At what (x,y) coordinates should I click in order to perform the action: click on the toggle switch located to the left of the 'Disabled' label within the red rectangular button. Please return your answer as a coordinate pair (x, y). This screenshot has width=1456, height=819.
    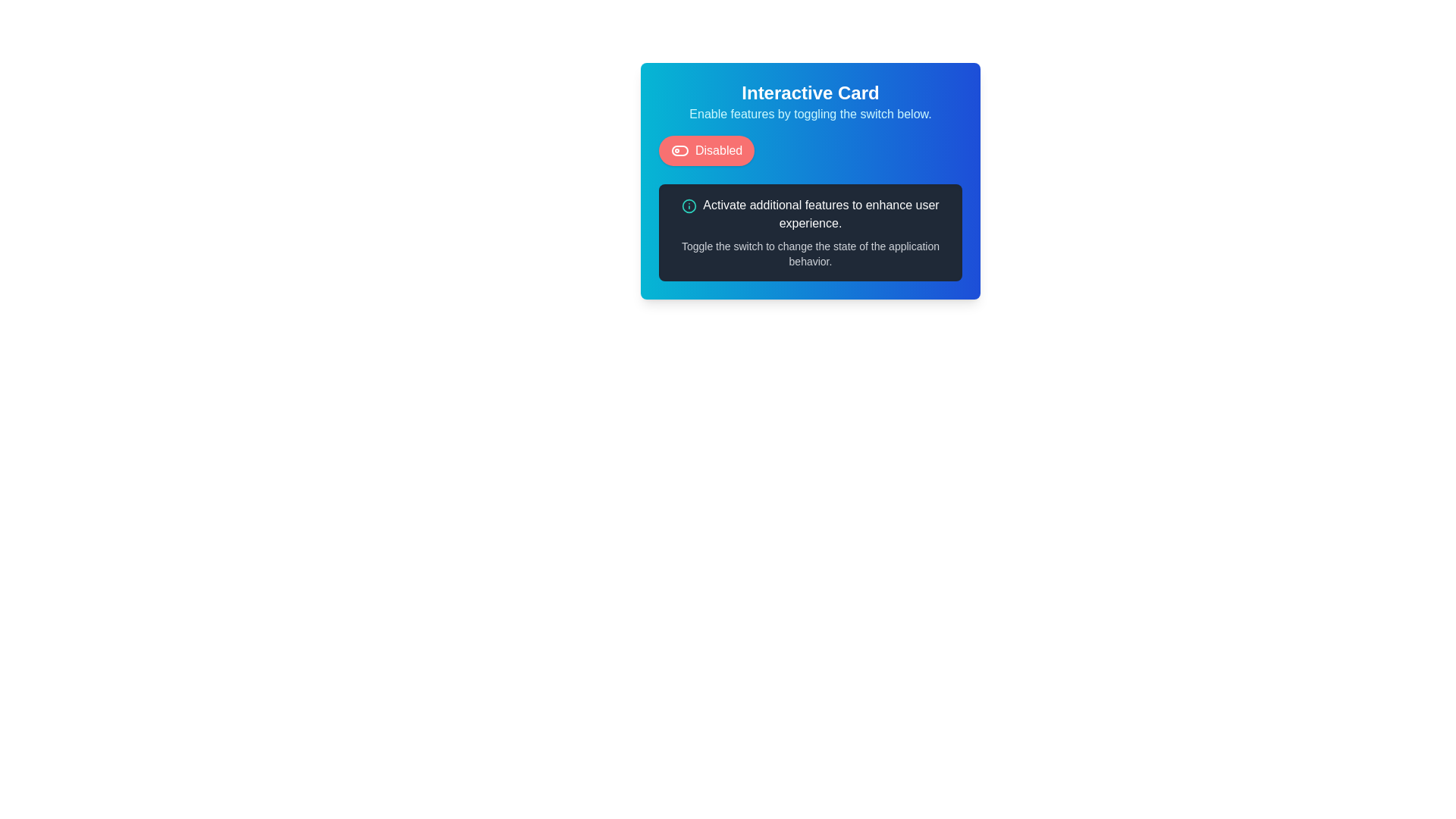
    Looking at the image, I should click on (679, 151).